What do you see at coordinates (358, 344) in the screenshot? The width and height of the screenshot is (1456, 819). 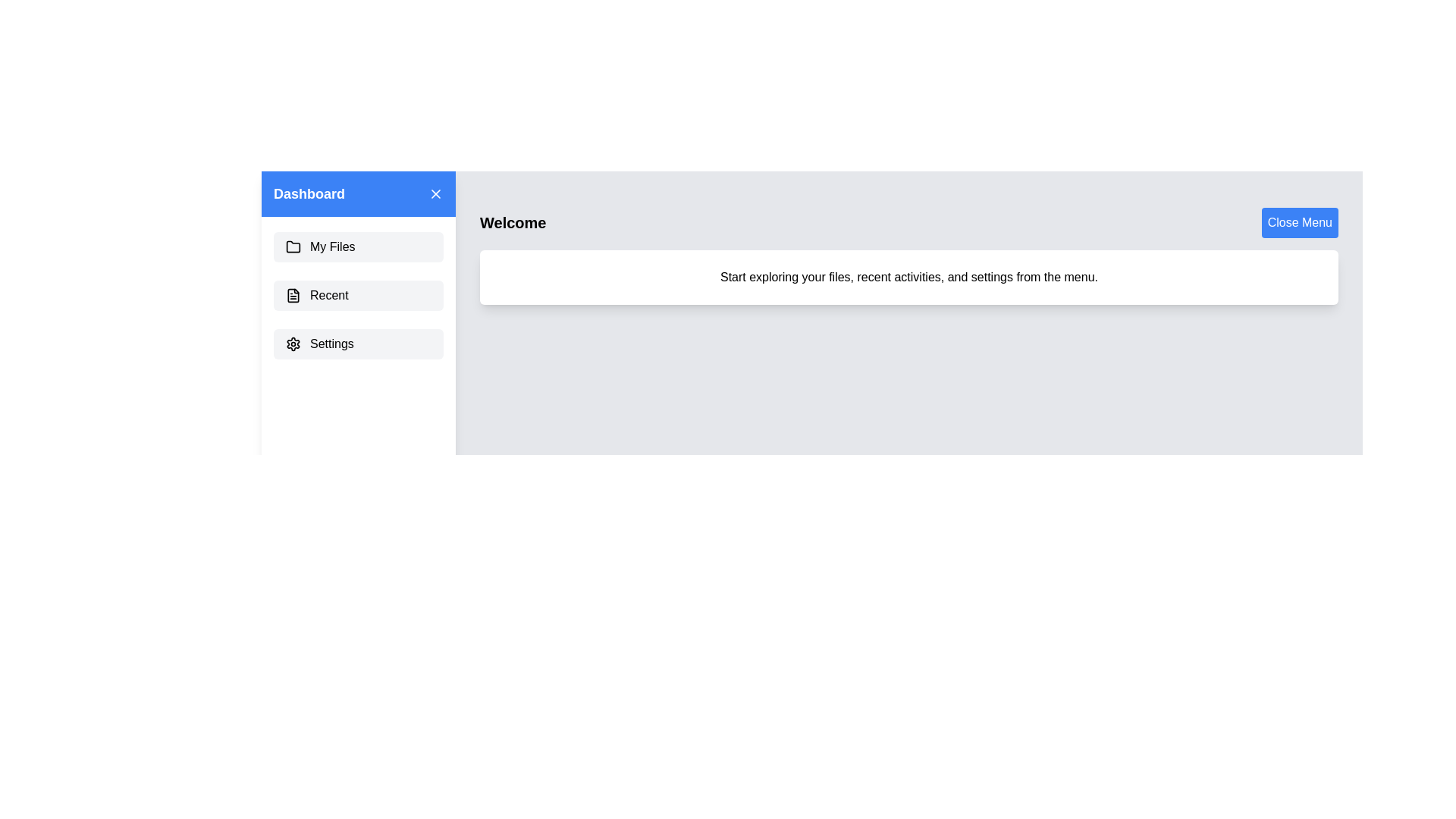 I see `the menu item Settings to observe the hover effect` at bounding box center [358, 344].